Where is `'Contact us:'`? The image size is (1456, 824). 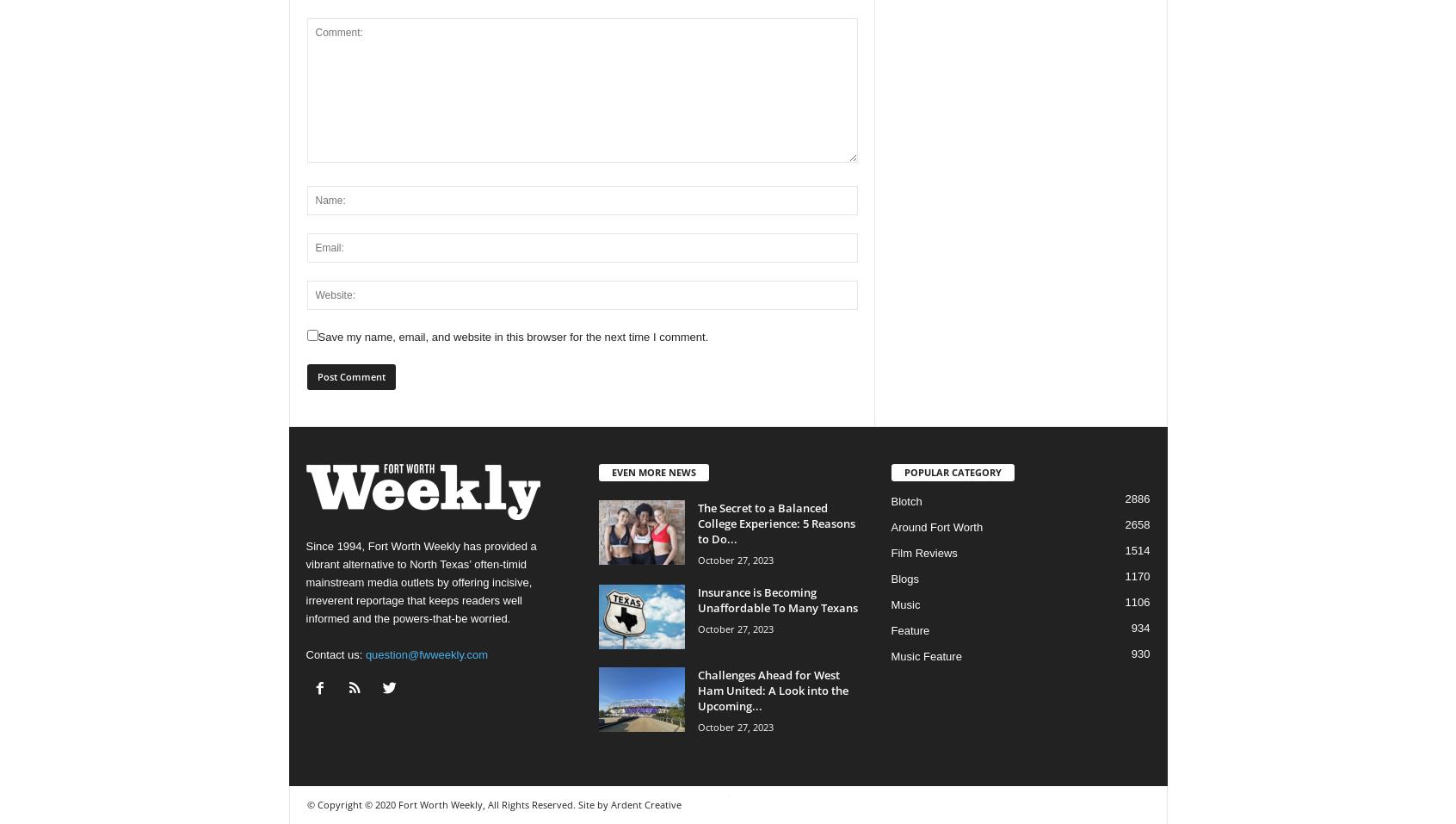
'Contact us:' is located at coordinates (335, 654).